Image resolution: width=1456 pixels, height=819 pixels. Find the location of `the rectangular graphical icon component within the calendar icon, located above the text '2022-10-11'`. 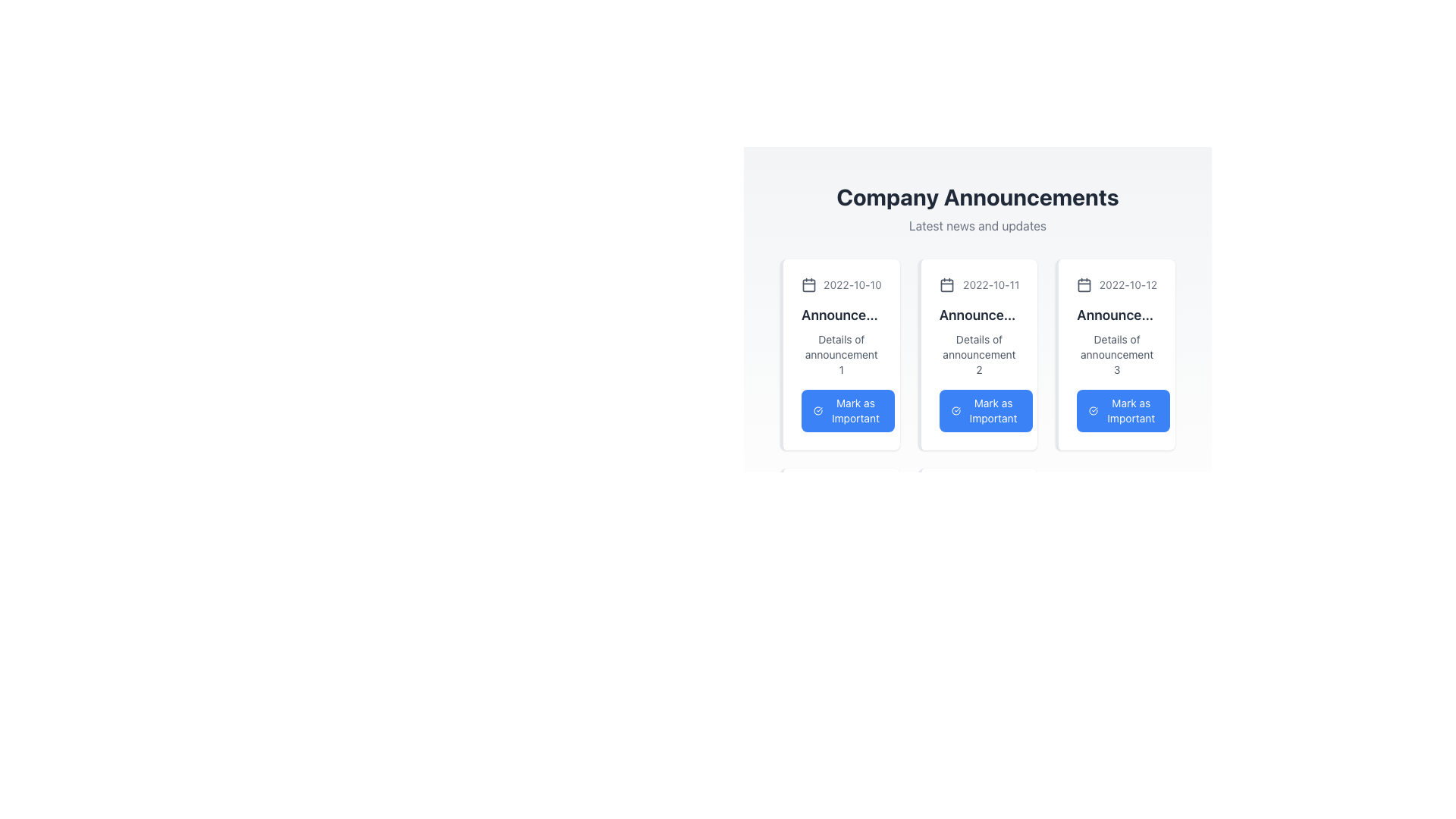

the rectangular graphical icon component within the calendar icon, located above the text '2022-10-11' is located at coordinates (946, 285).